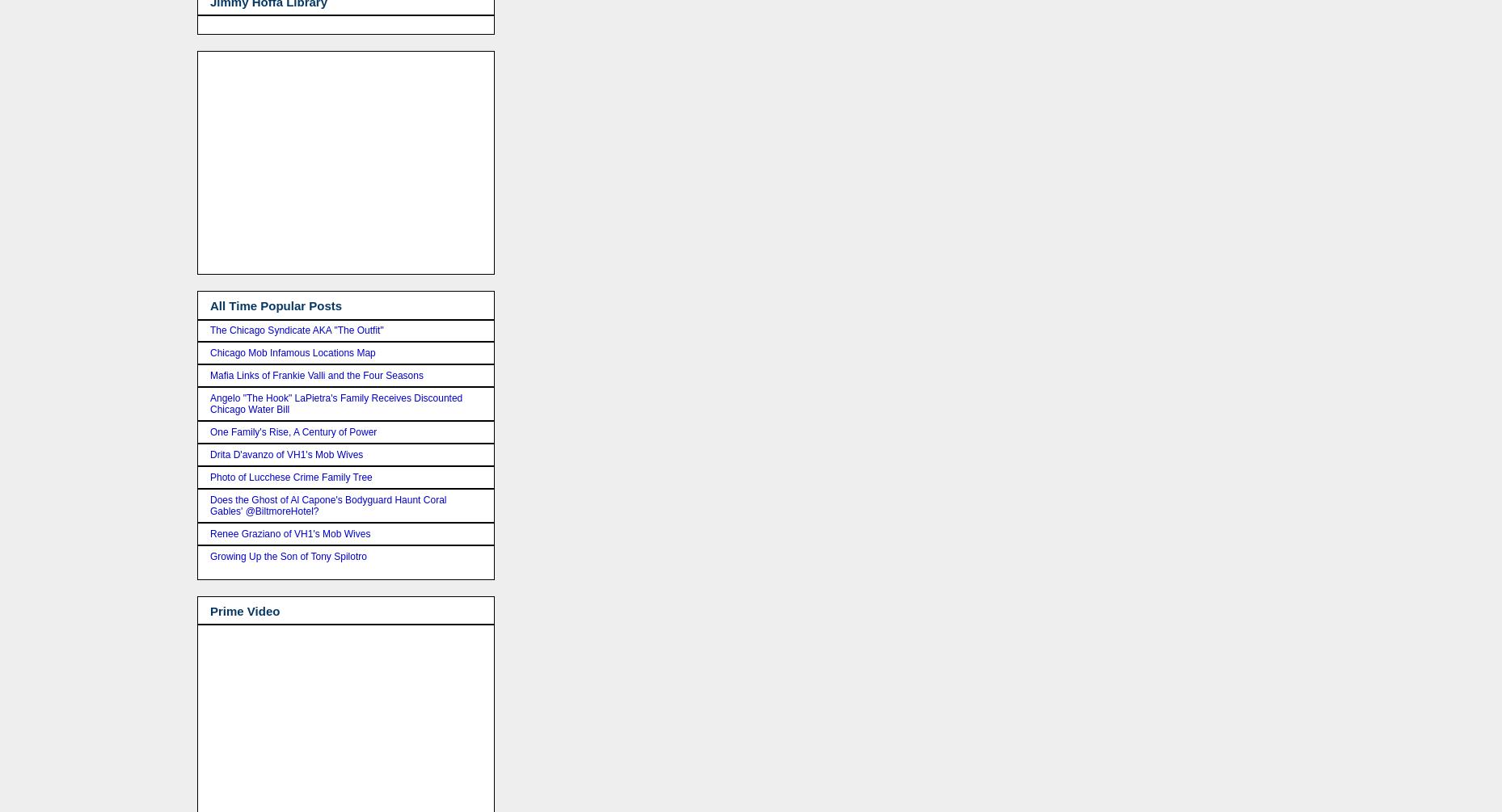 This screenshot has width=1502, height=812. What do you see at coordinates (296, 330) in the screenshot?
I see `'The Chicago Syndicate AKA "The Outfit"'` at bounding box center [296, 330].